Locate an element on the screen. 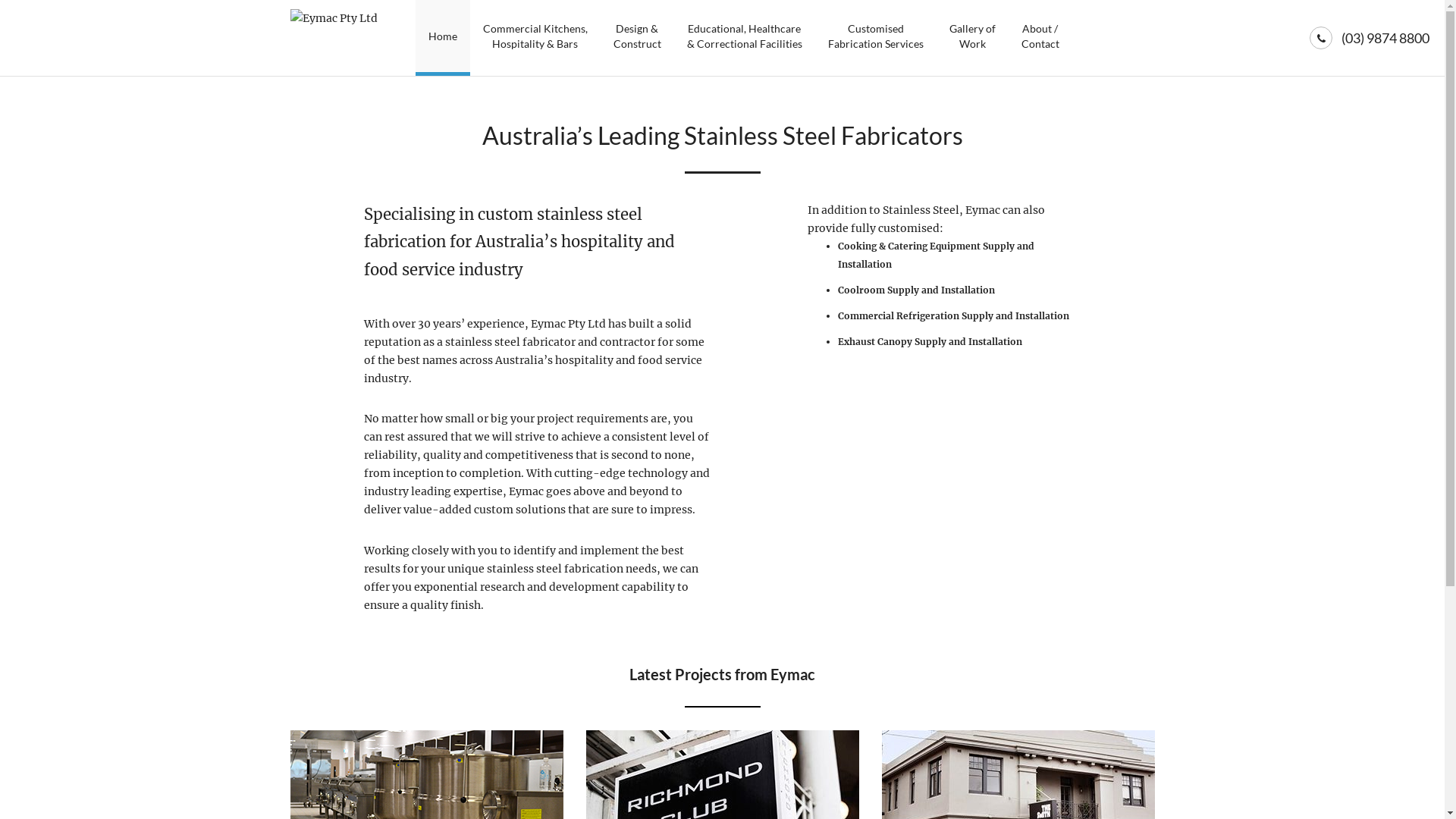  'Commercial Kitchens, is located at coordinates (535, 37).